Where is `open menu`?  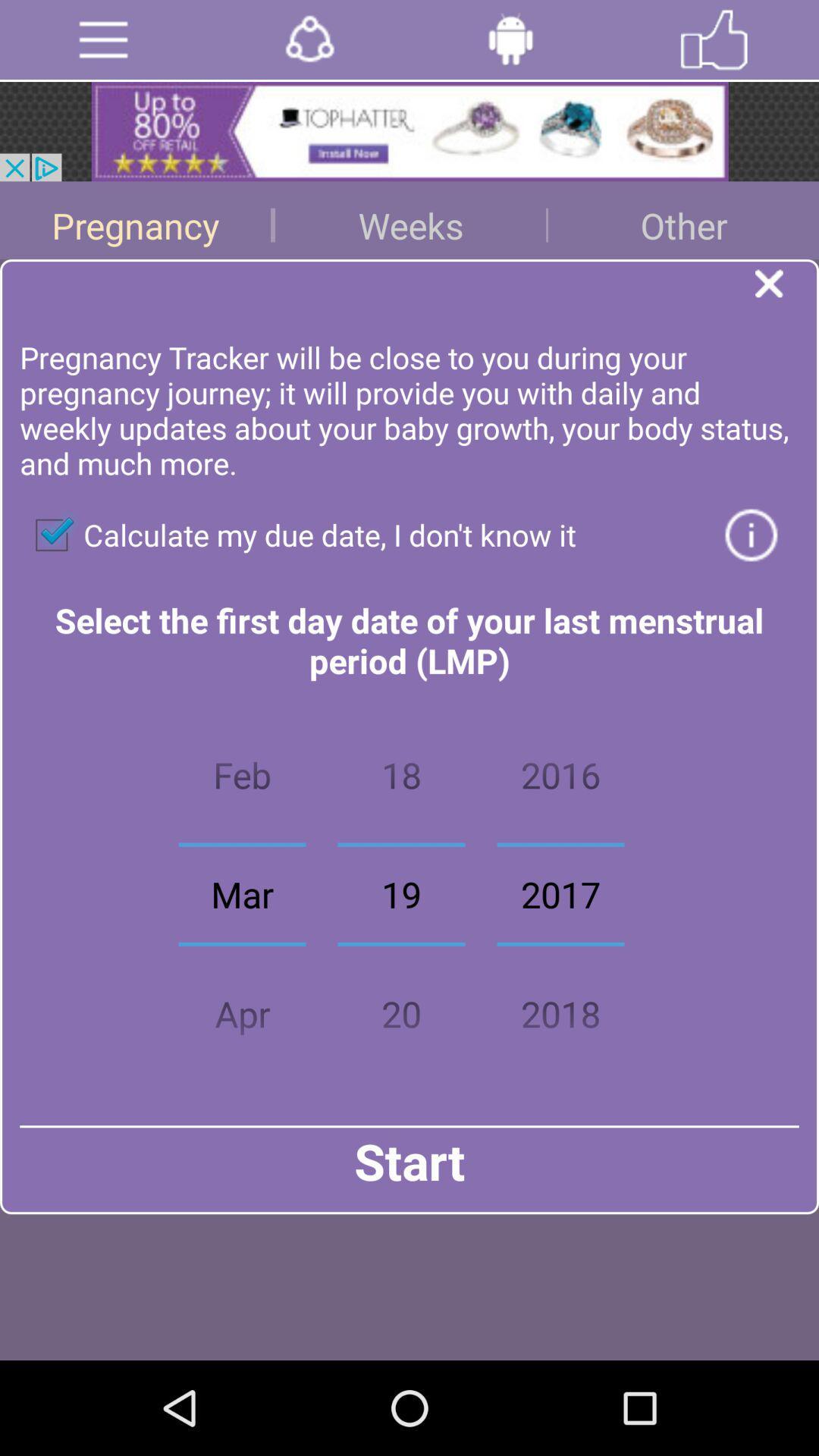 open menu is located at coordinates (102, 39).